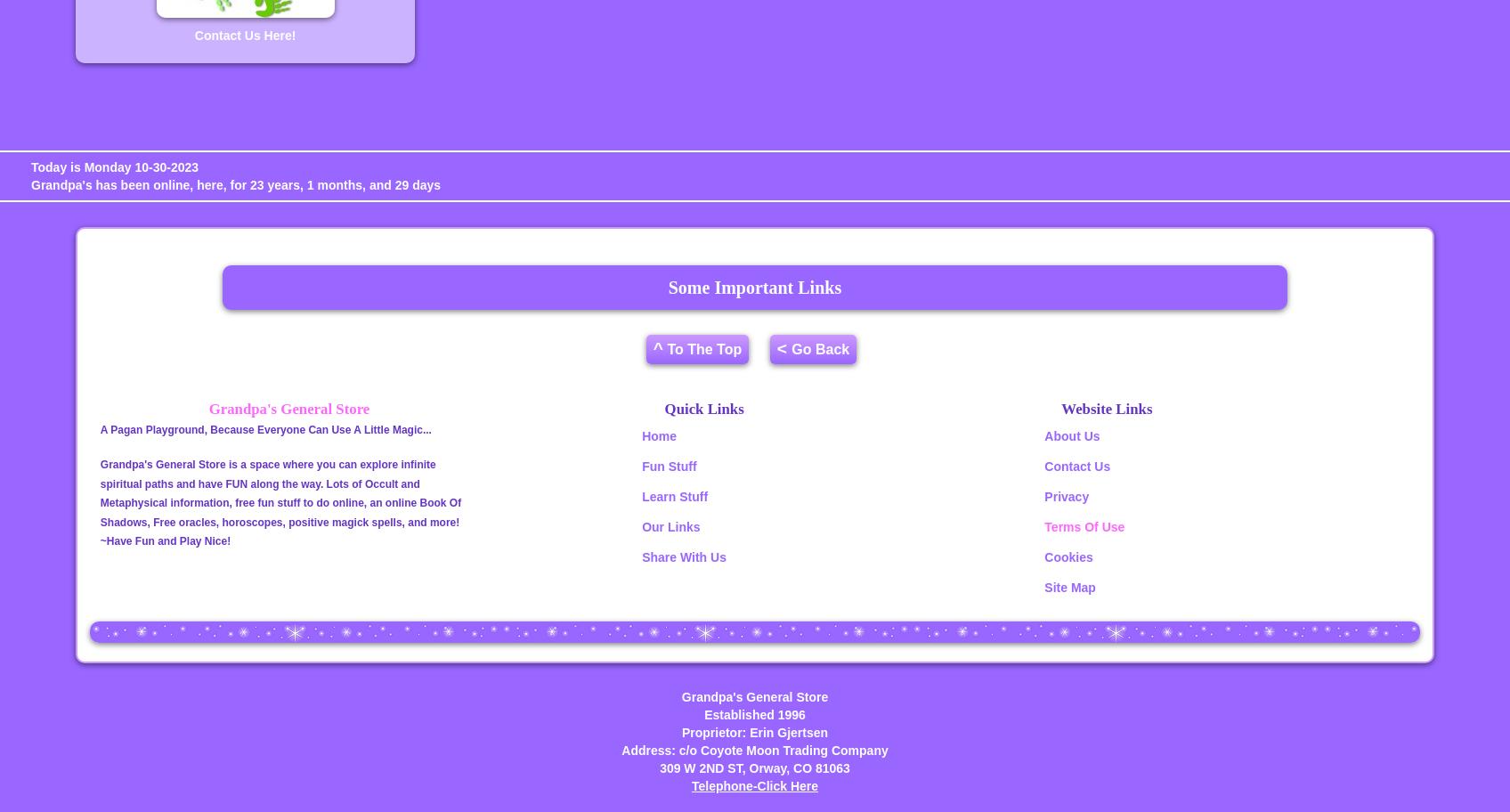  Describe the element at coordinates (165, 541) in the screenshot. I see `'~Have Fun and Play Nice!'` at that location.